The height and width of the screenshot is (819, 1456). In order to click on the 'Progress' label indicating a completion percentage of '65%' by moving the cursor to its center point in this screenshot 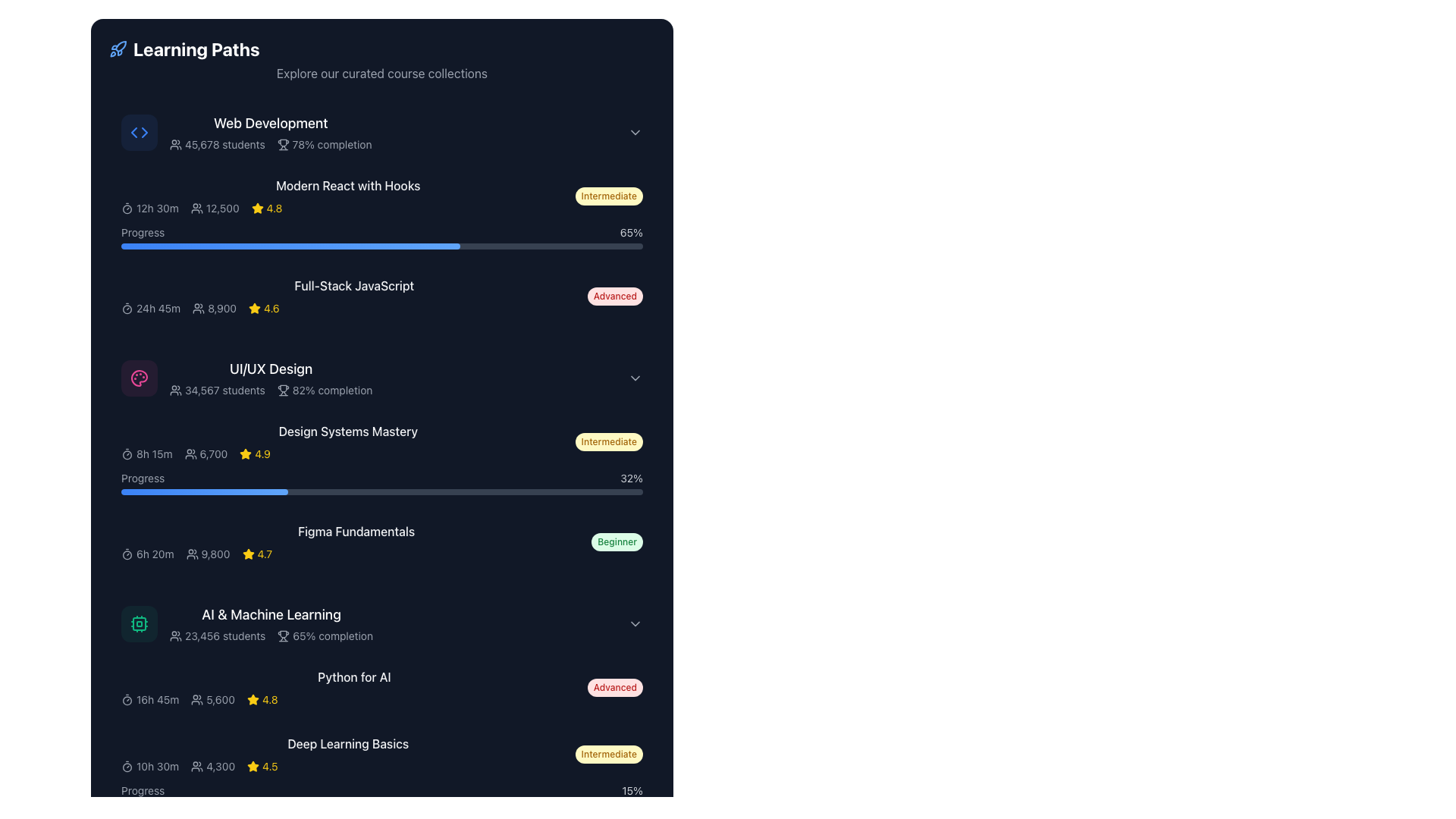, I will do `click(143, 233)`.